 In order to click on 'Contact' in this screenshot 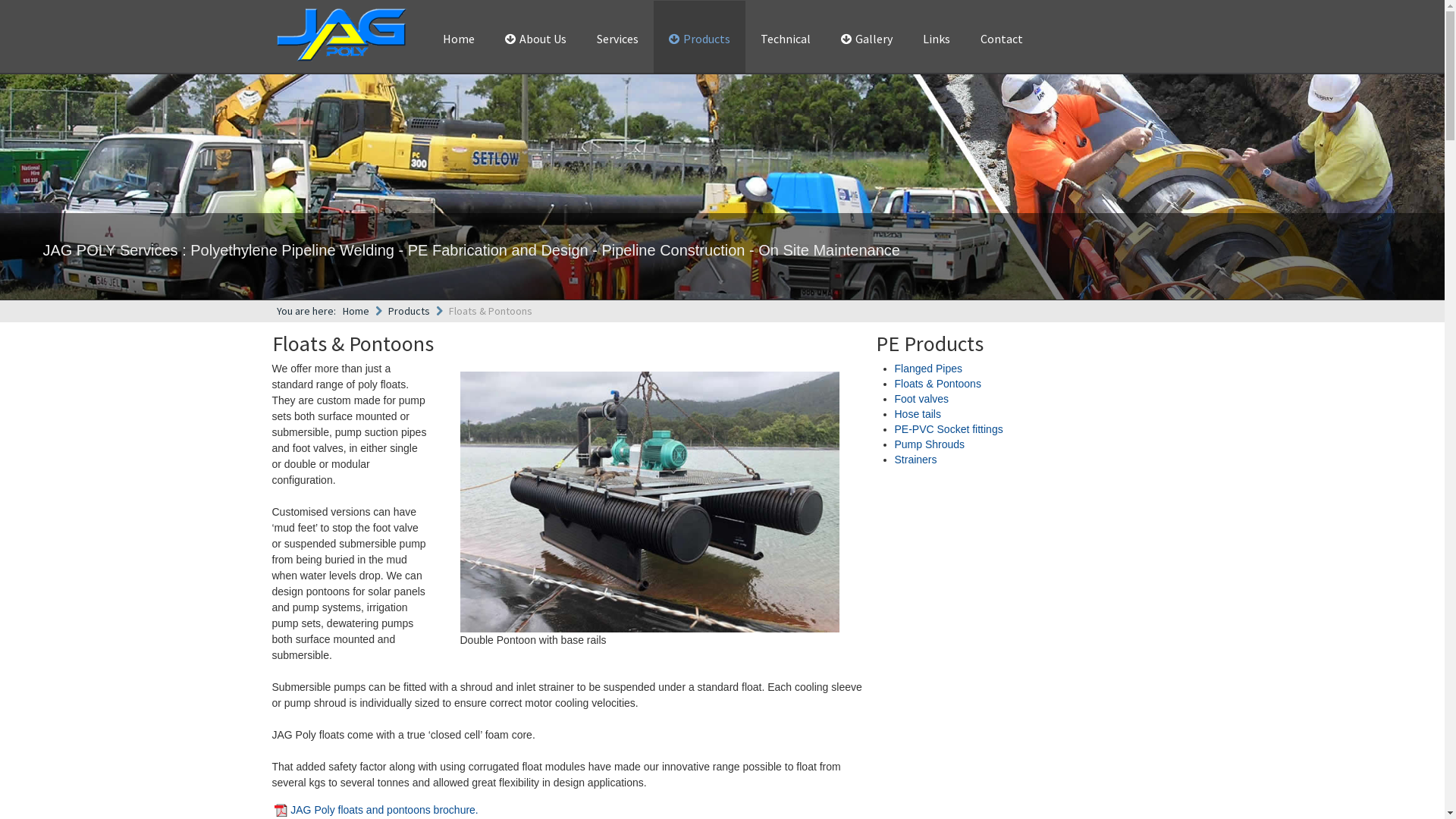, I will do `click(1001, 38)`.